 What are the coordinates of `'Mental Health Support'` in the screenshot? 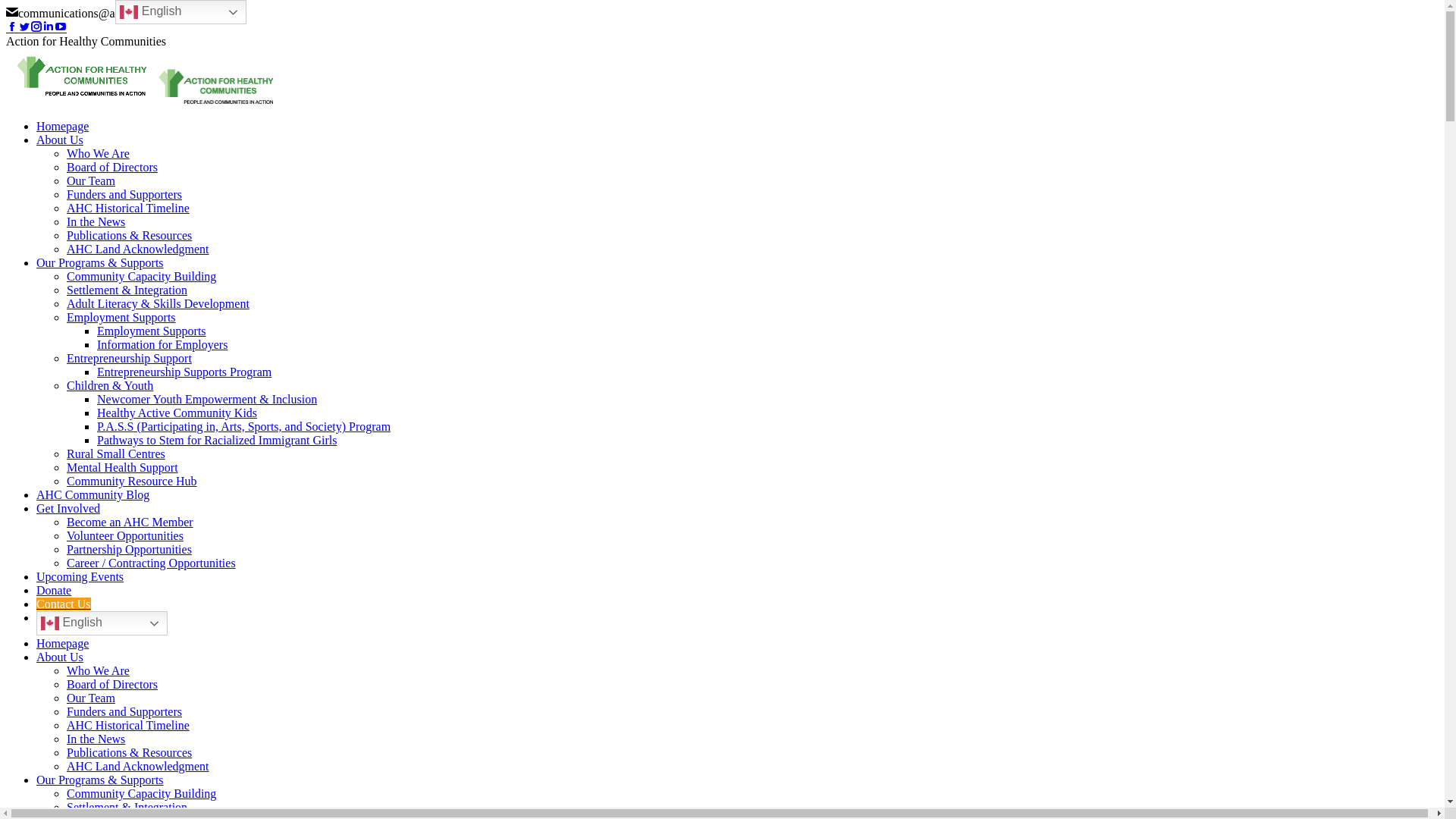 It's located at (122, 466).